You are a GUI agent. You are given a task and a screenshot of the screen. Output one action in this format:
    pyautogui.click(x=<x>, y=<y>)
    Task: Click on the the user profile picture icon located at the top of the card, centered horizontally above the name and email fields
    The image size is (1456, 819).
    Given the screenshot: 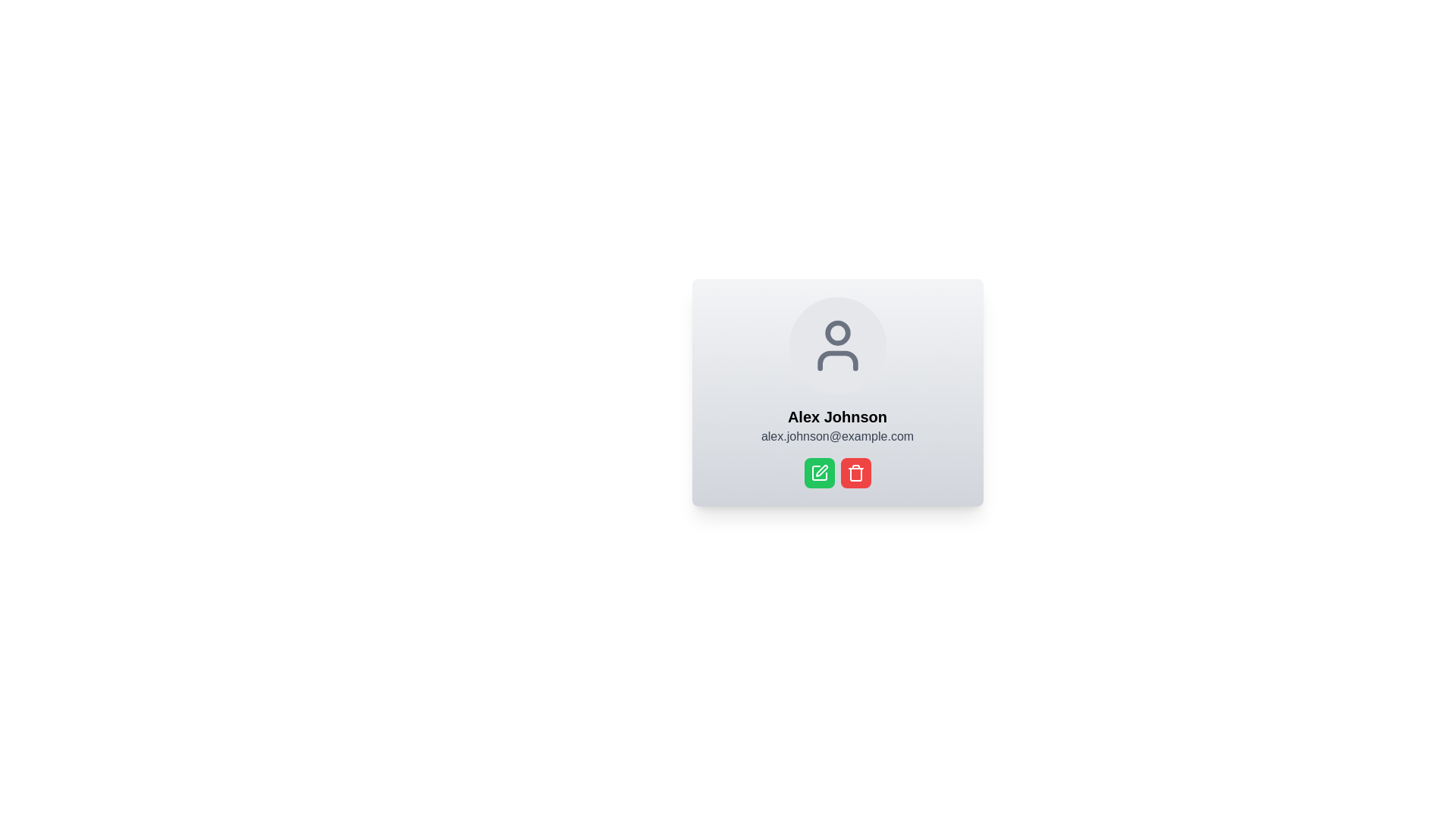 What is the action you would take?
    pyautogui.click(x=836, y=345)
    